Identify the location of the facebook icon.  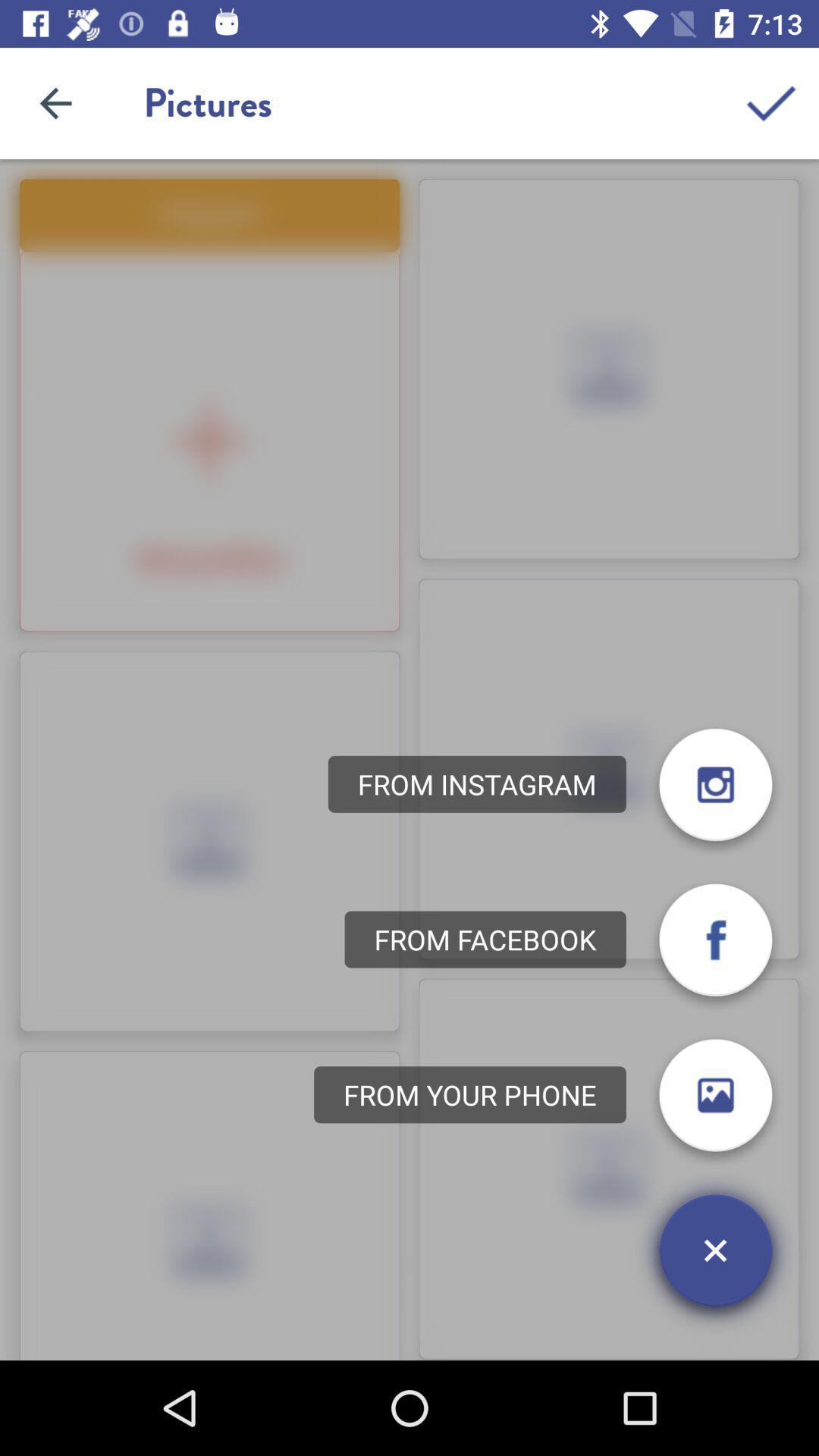
(715, 945).